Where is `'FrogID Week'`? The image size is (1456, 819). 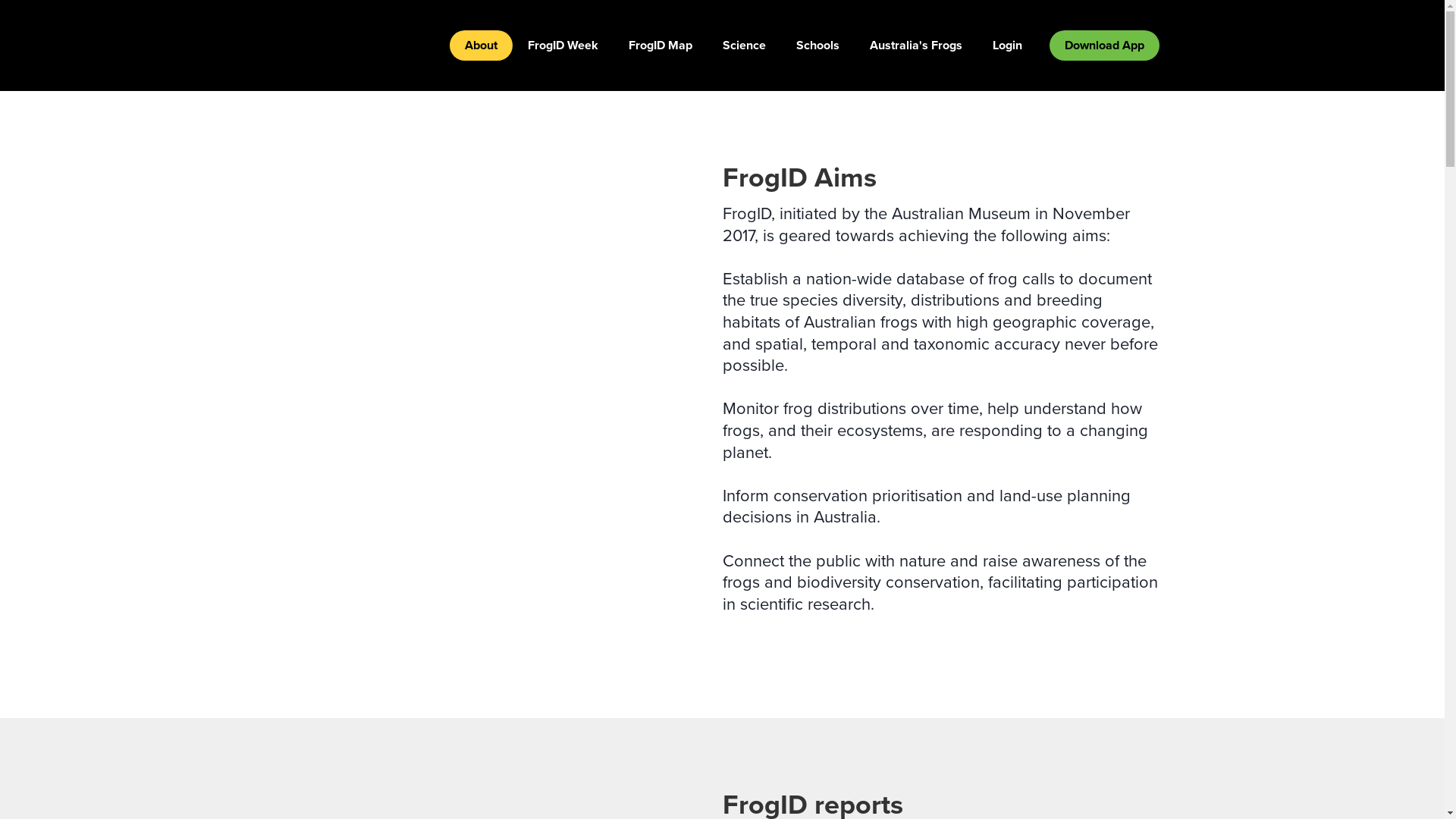
'FrogID Week' is located at coordinates (562, 43).